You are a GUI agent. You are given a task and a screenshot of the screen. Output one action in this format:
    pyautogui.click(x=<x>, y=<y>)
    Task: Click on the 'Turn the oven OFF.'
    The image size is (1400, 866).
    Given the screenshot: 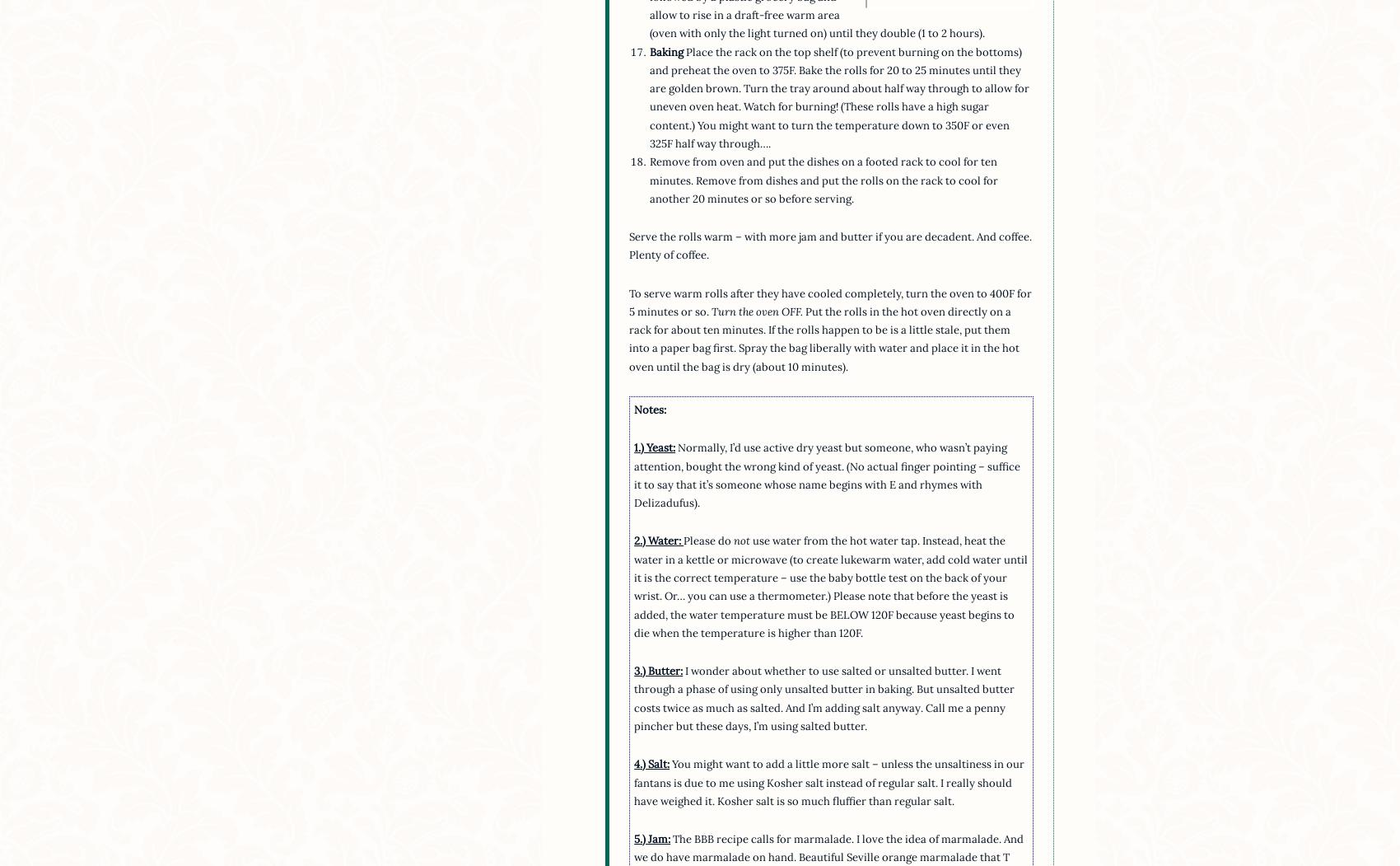 What is the action you would take?
    pyautogui.click(x=757, y=310)
    